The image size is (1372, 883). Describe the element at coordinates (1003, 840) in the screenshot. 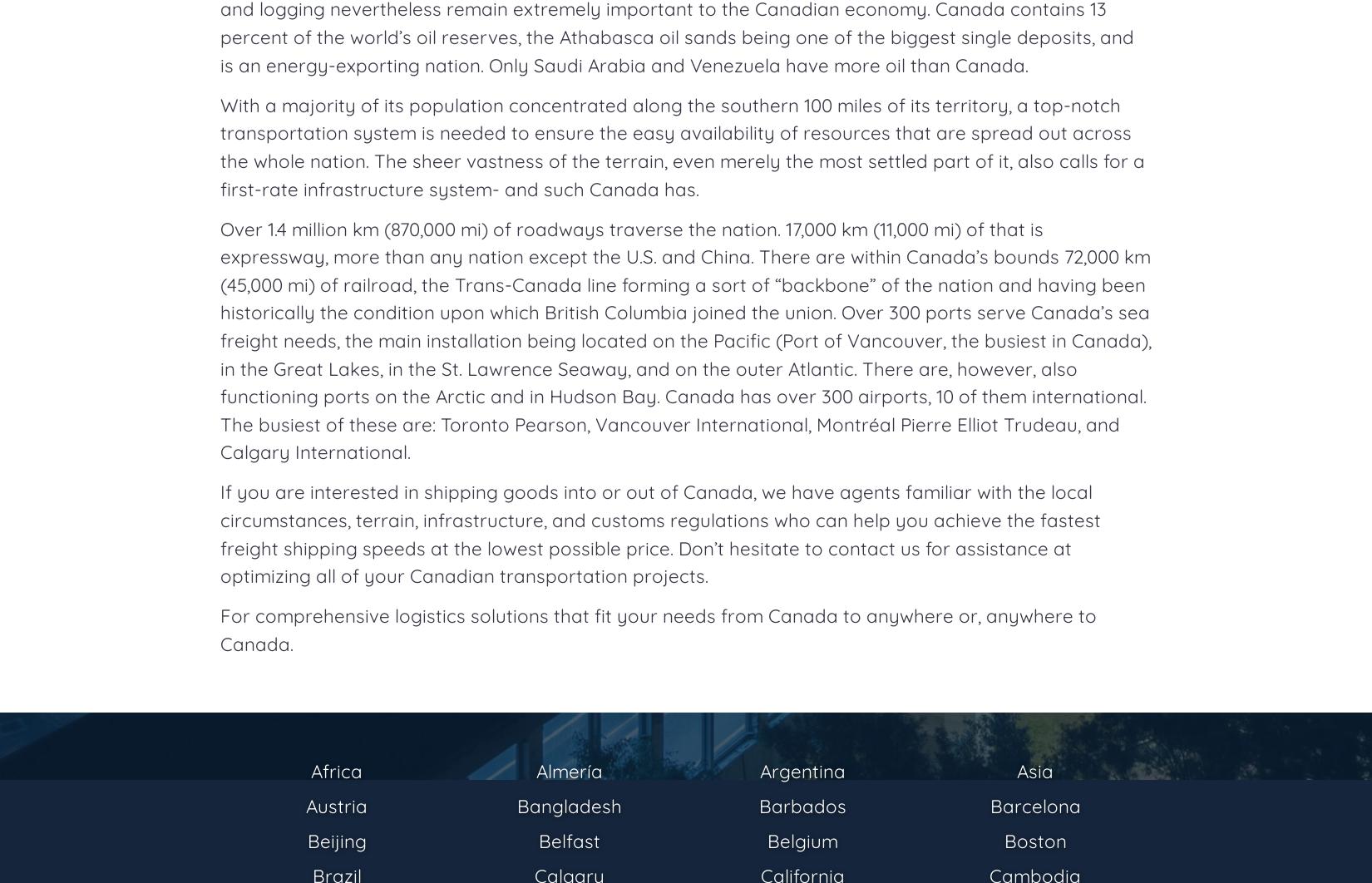

I see `'Boston'` at that location.